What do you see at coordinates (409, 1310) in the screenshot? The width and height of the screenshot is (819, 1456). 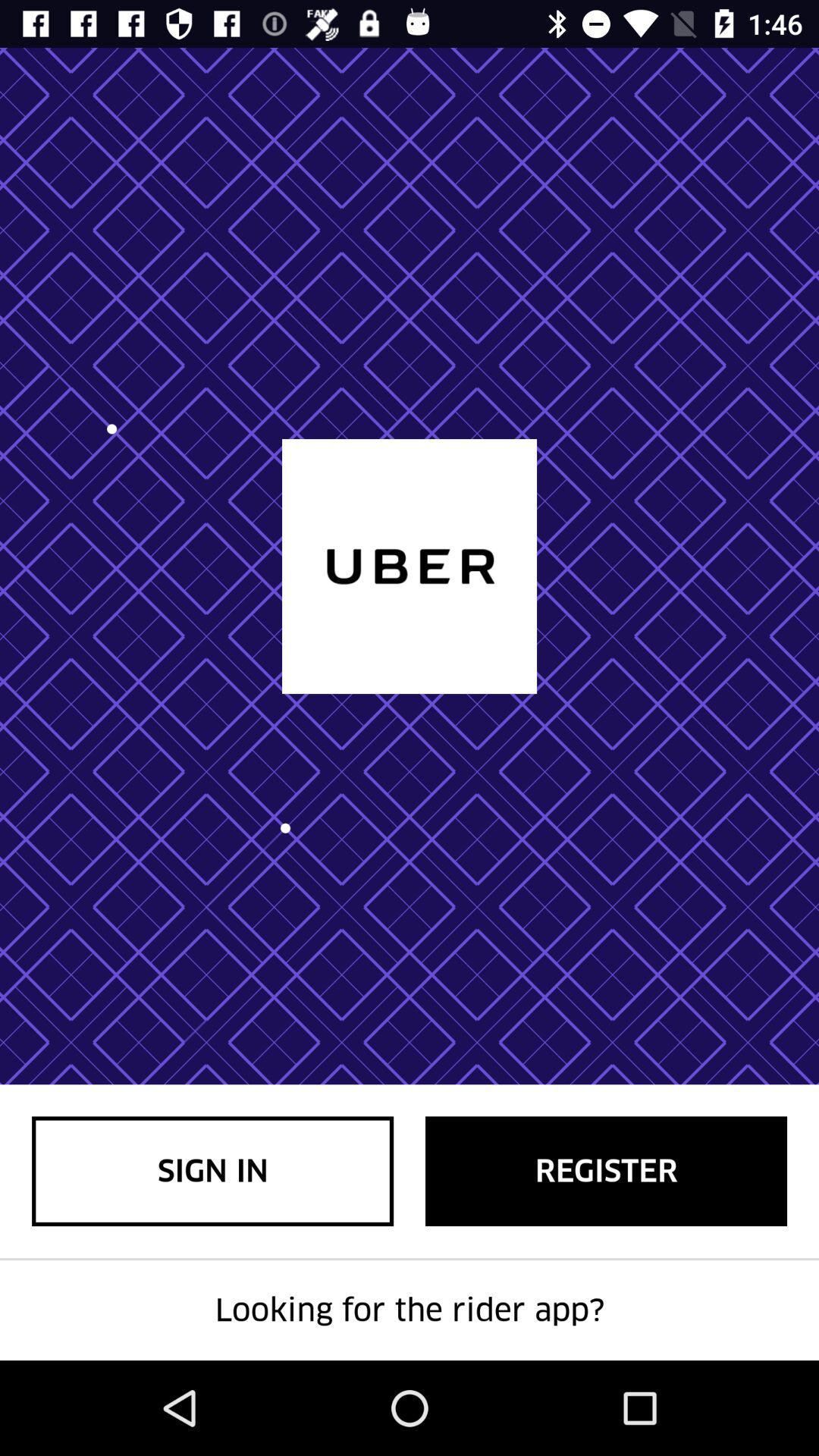 I see `looking for the icon` at bounding box center [409, 1310].